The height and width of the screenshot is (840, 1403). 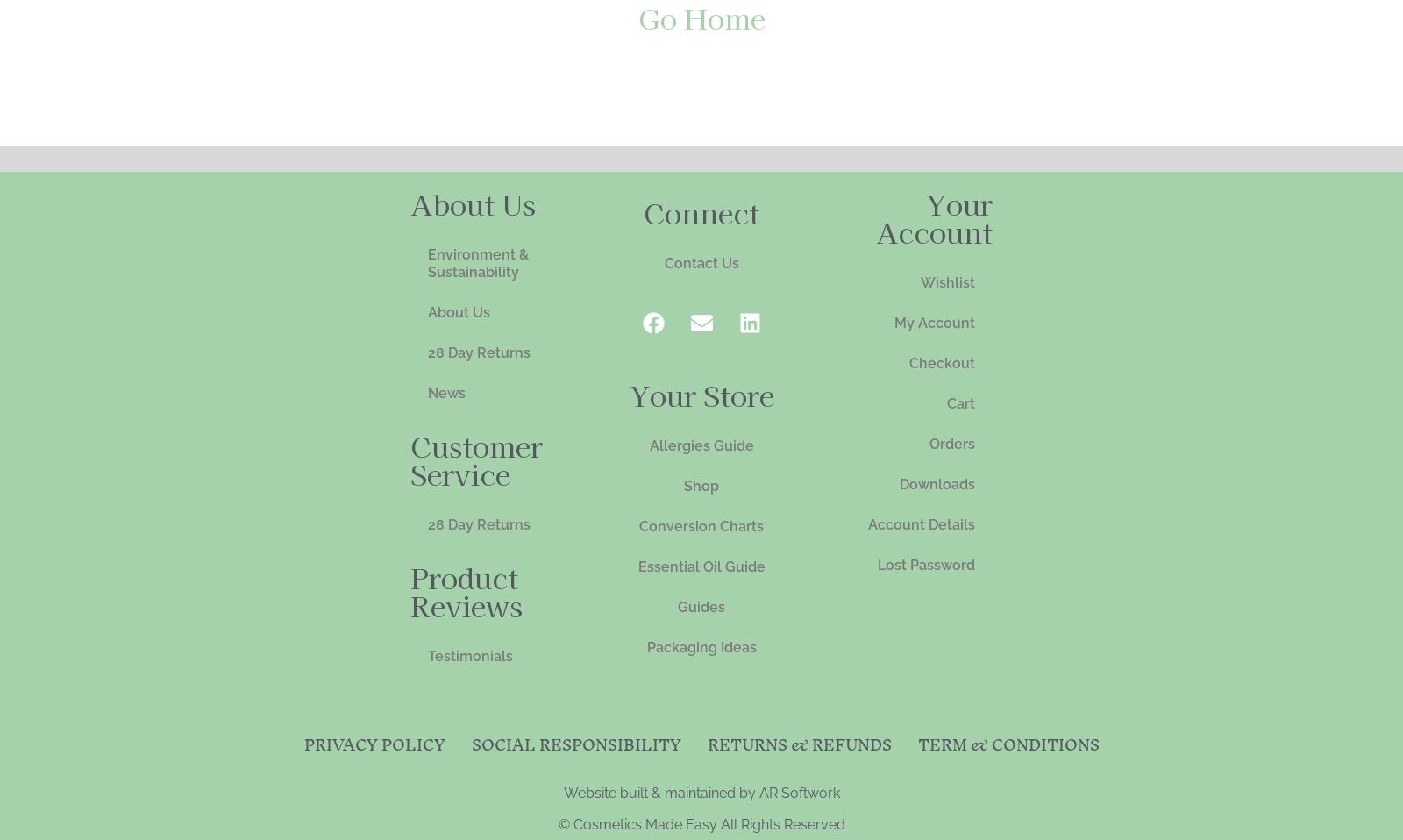 I want to click on 'Returns & Refunds', so click(x=798, y=743).